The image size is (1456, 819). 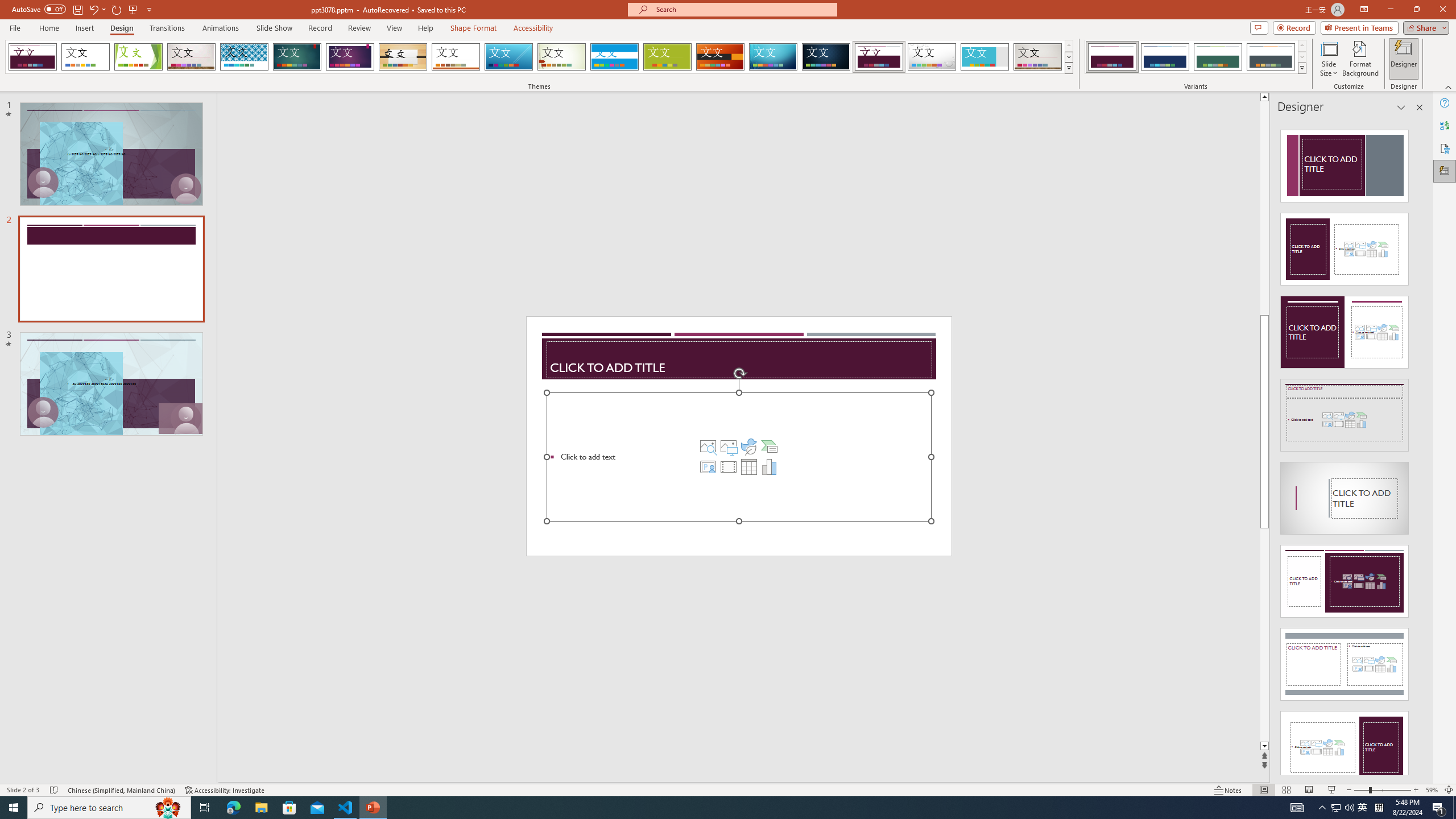 I want to click on 'Insert Chart', so click(x=769, y=466).